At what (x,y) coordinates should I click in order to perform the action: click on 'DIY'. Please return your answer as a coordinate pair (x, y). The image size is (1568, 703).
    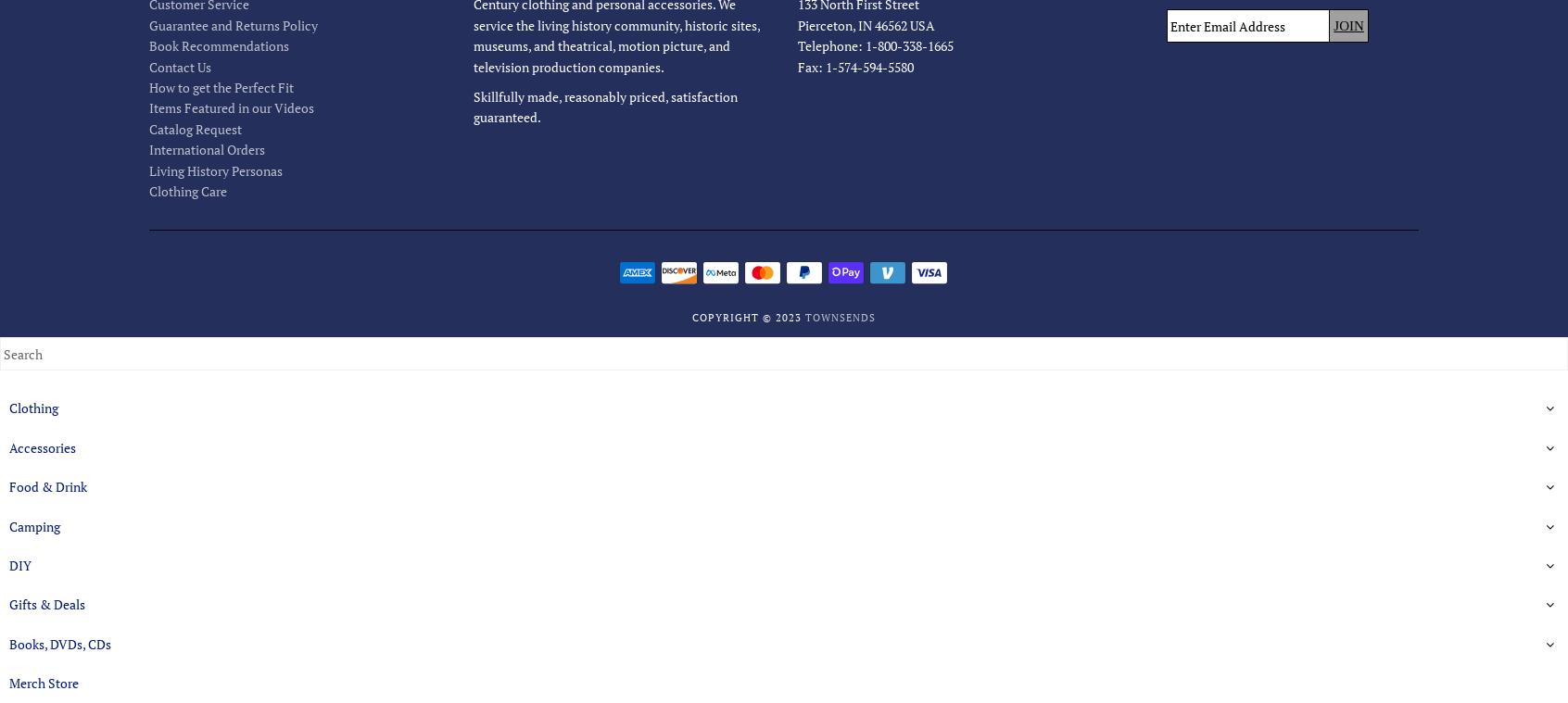
    Looking at the image, I should click on (7, 563).